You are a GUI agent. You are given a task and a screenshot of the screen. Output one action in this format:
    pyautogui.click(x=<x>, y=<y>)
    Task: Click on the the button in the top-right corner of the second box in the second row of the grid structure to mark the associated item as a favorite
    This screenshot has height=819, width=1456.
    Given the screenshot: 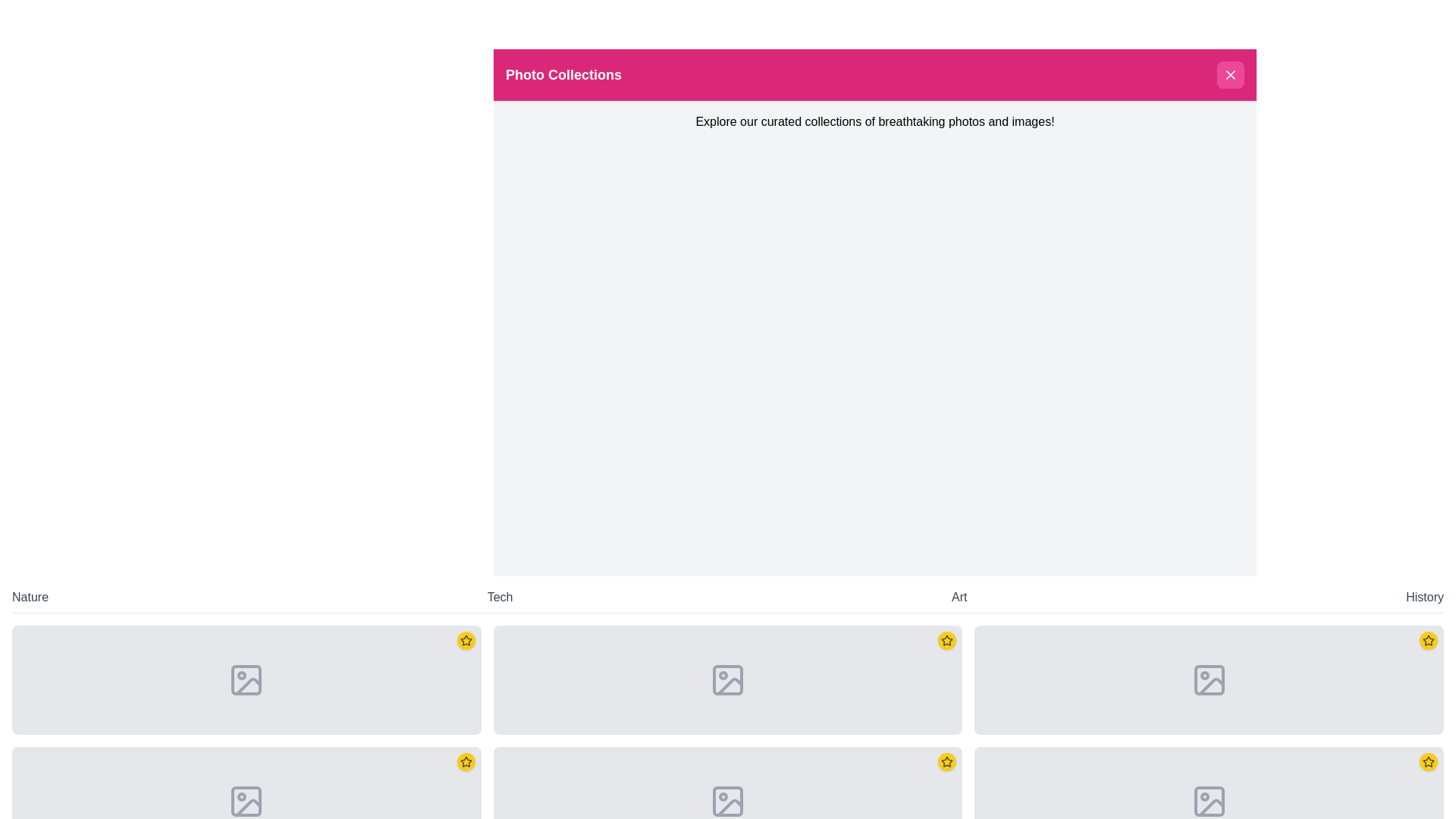 What is the action you would take?
    pyautogui.click(x=465, y=762)
    